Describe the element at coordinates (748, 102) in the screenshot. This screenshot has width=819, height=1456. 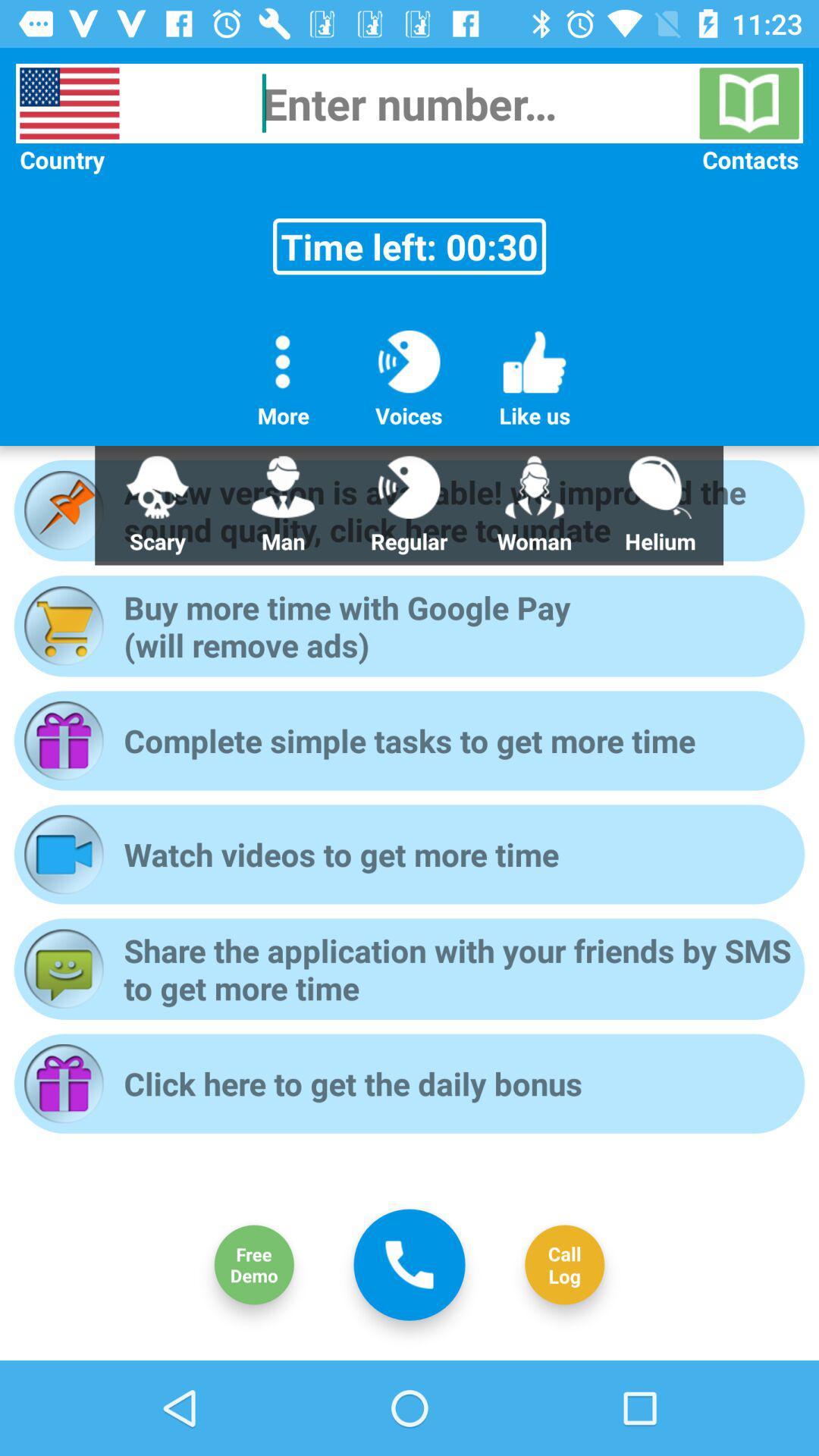
I see `the book icon` at that location.